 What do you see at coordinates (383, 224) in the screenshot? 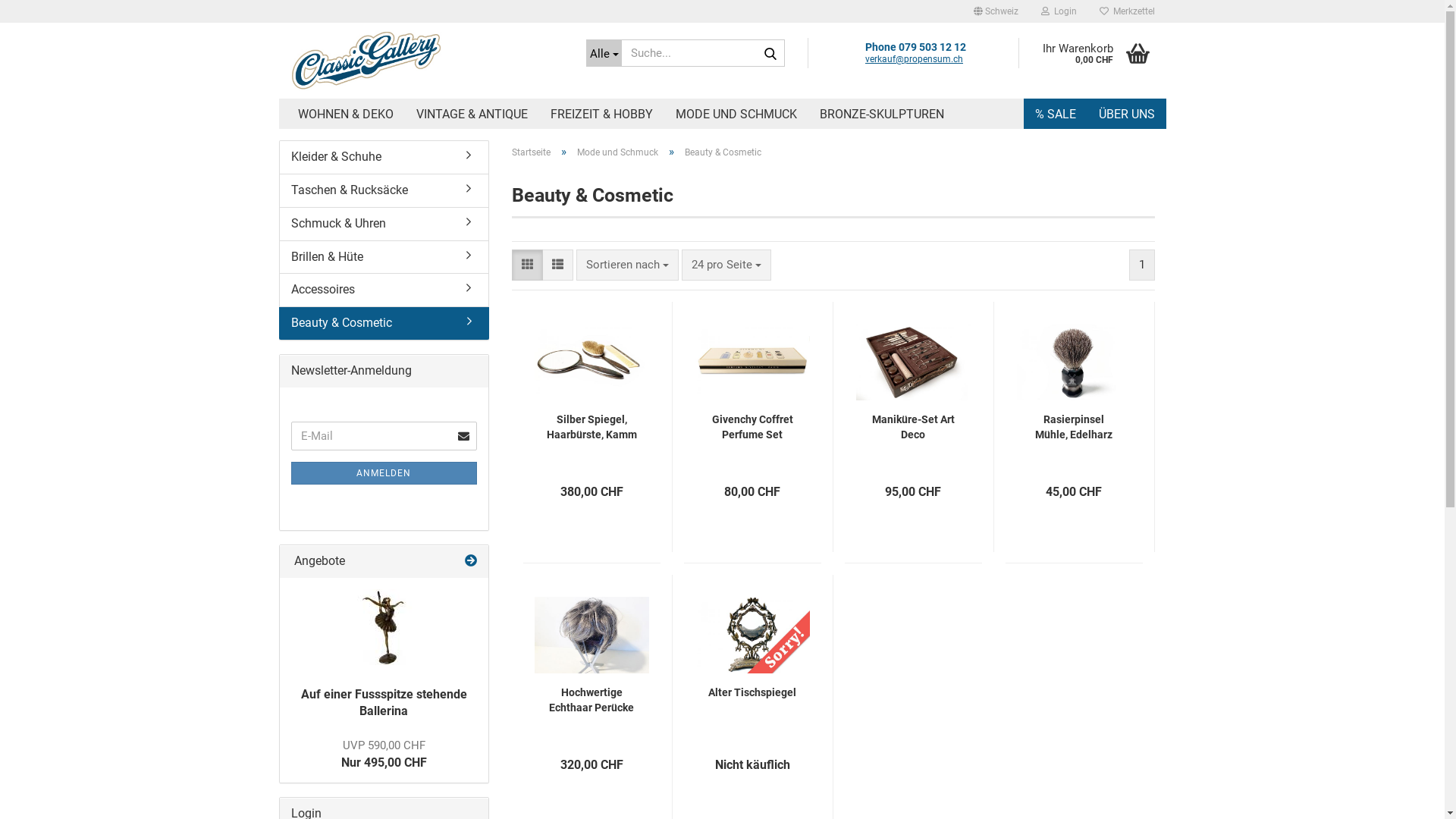
I see `'Schmuck & Uhren'` at bounding box center [383, 224].